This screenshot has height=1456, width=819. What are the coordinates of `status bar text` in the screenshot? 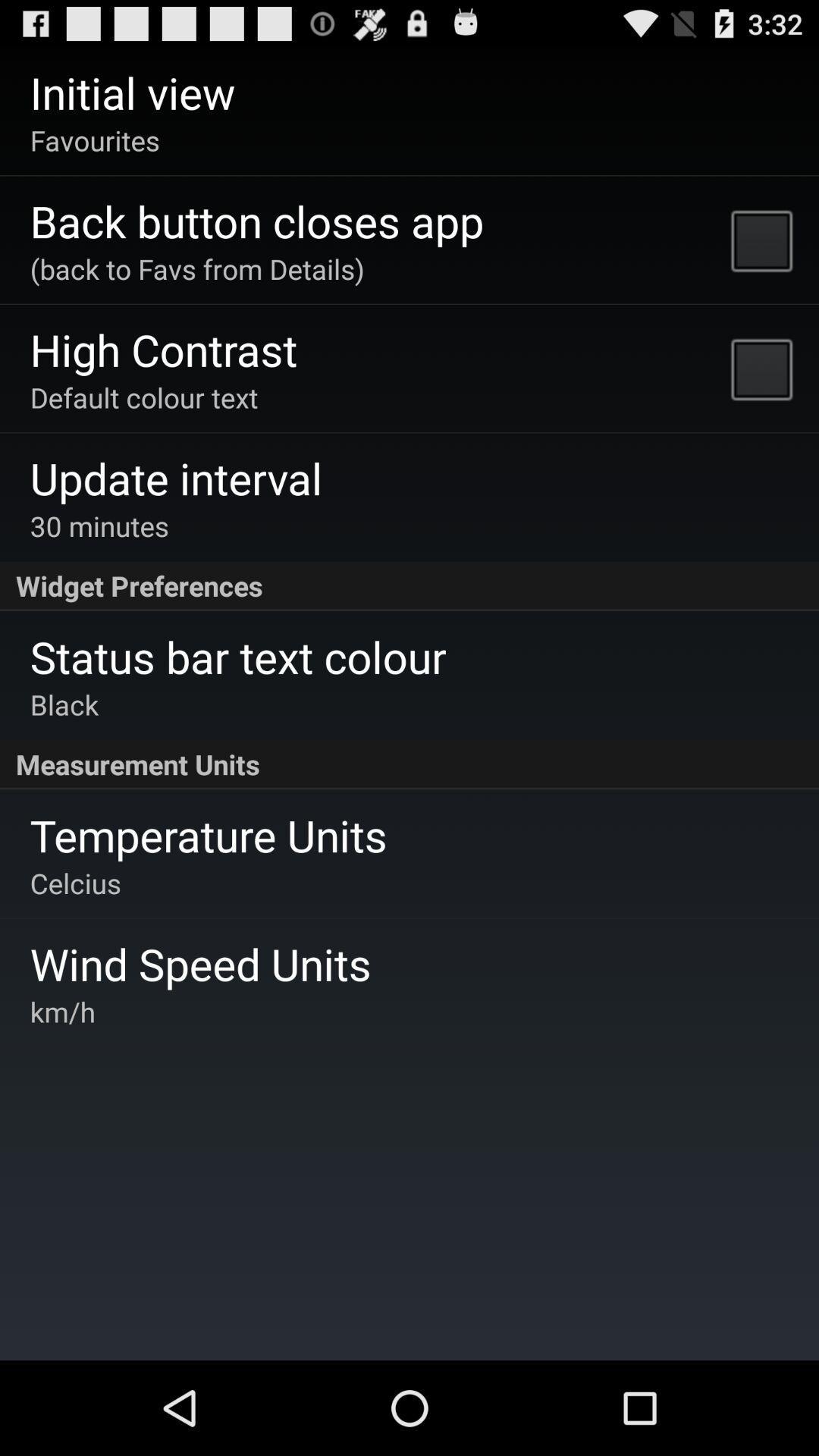 It's located at (238, 656).